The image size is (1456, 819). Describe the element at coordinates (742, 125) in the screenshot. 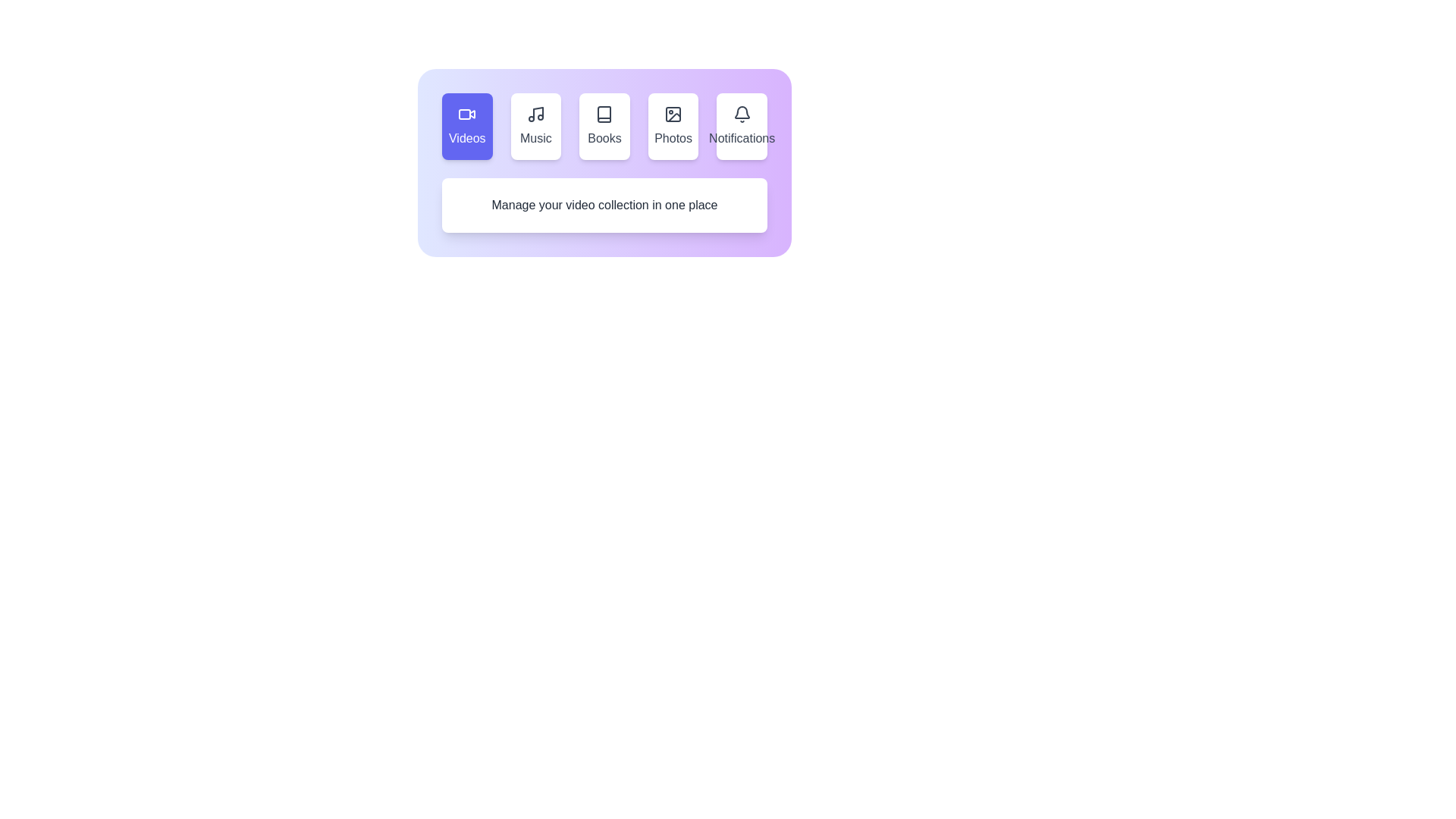

I see `the tab labeled Notifications to switch to it` at that location.